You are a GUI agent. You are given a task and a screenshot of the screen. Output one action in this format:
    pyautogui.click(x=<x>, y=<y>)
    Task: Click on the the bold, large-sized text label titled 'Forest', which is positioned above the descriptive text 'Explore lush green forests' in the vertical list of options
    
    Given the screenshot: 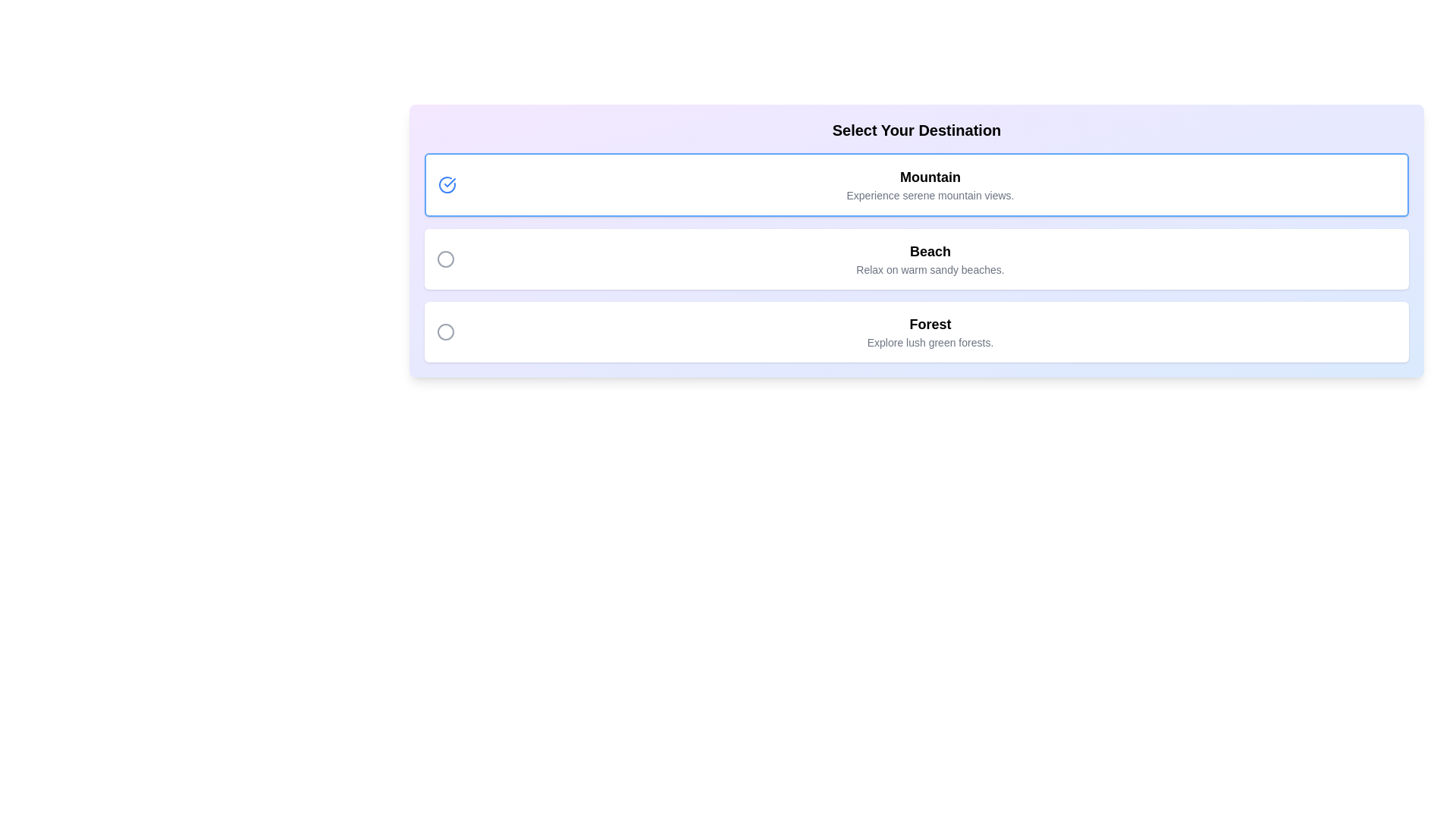 What is the action you would take?
    pyautogui.click(x=930, y=324)
    